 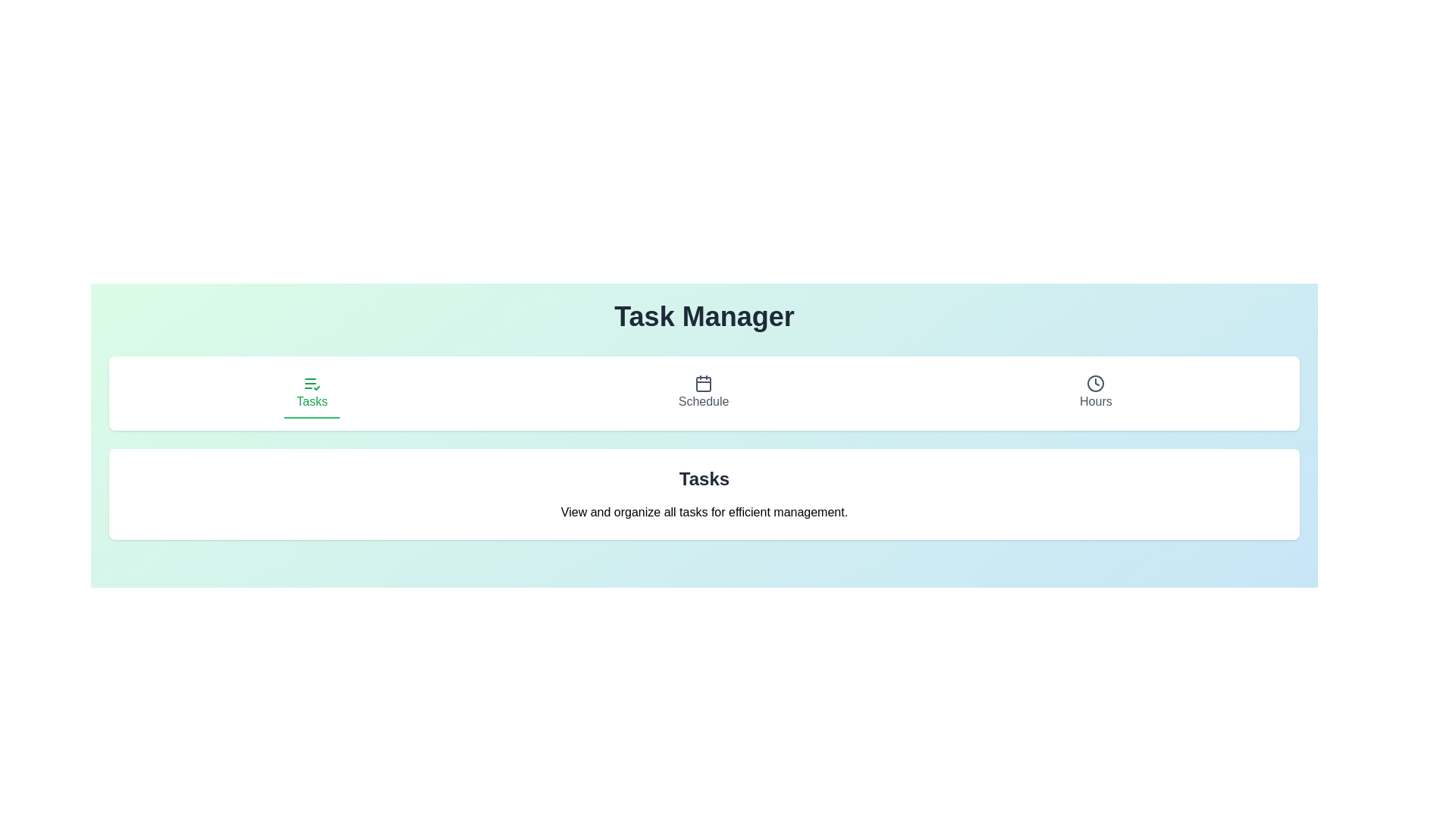 I want to click on the 'Tasks' text label in the navigation bar, which is styled in green and positioned beneath a list with a checkmark icon, so click(x=311, y=400).